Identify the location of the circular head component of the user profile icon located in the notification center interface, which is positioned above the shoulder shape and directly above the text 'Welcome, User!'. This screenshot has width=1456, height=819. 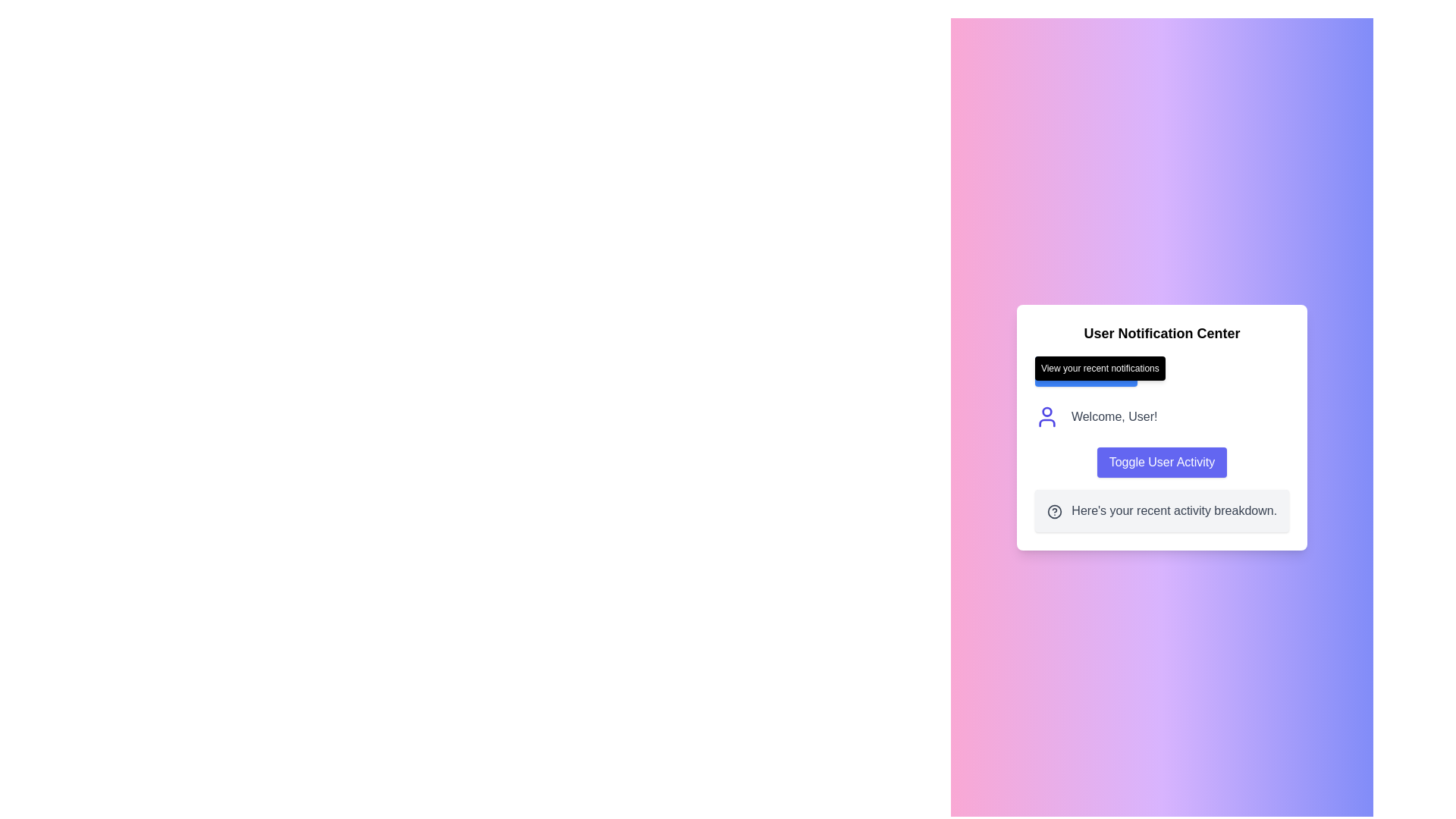
(1046, 412).